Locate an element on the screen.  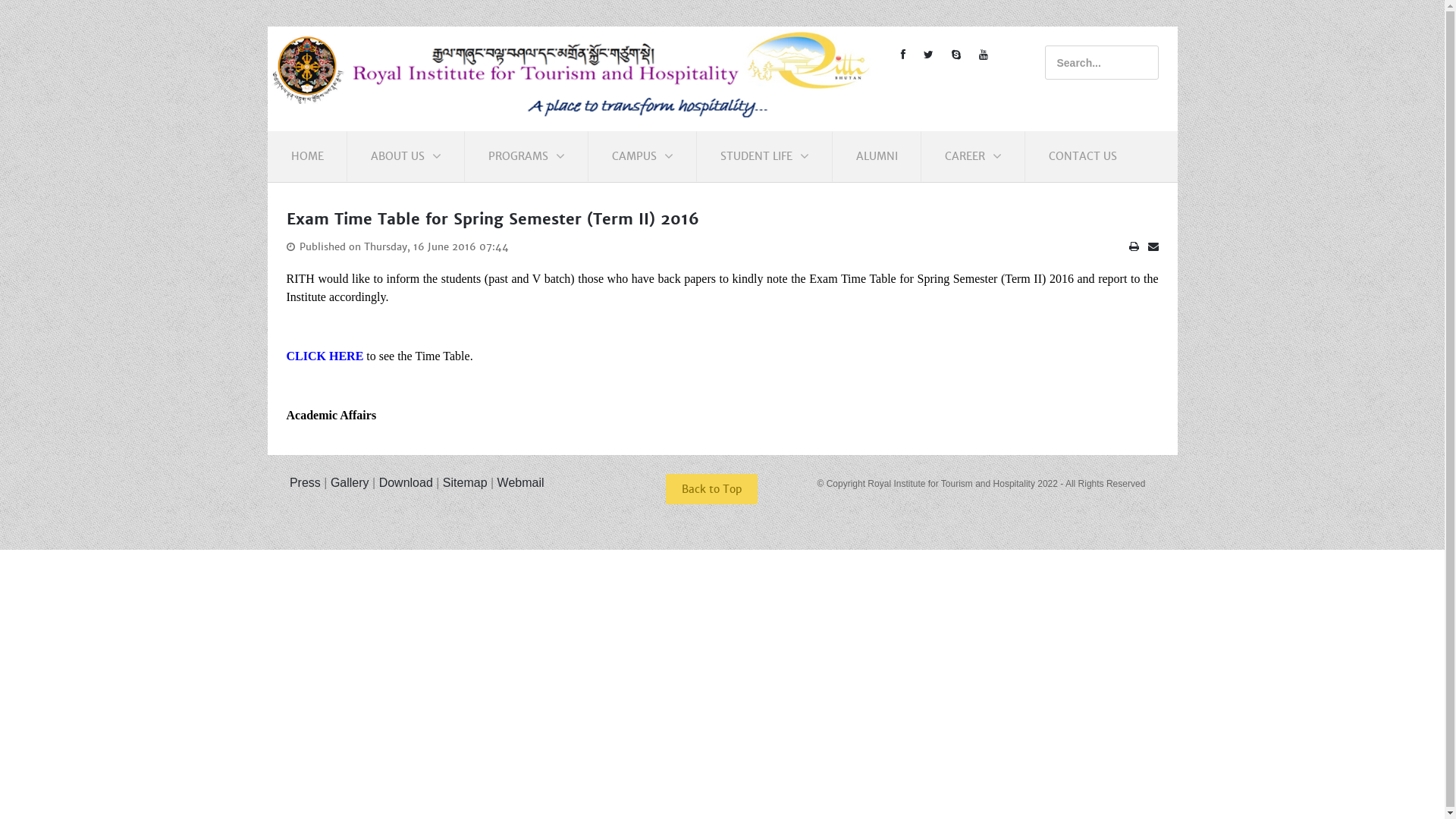
'CONTACT US' is located at coordinates (1081, 156).